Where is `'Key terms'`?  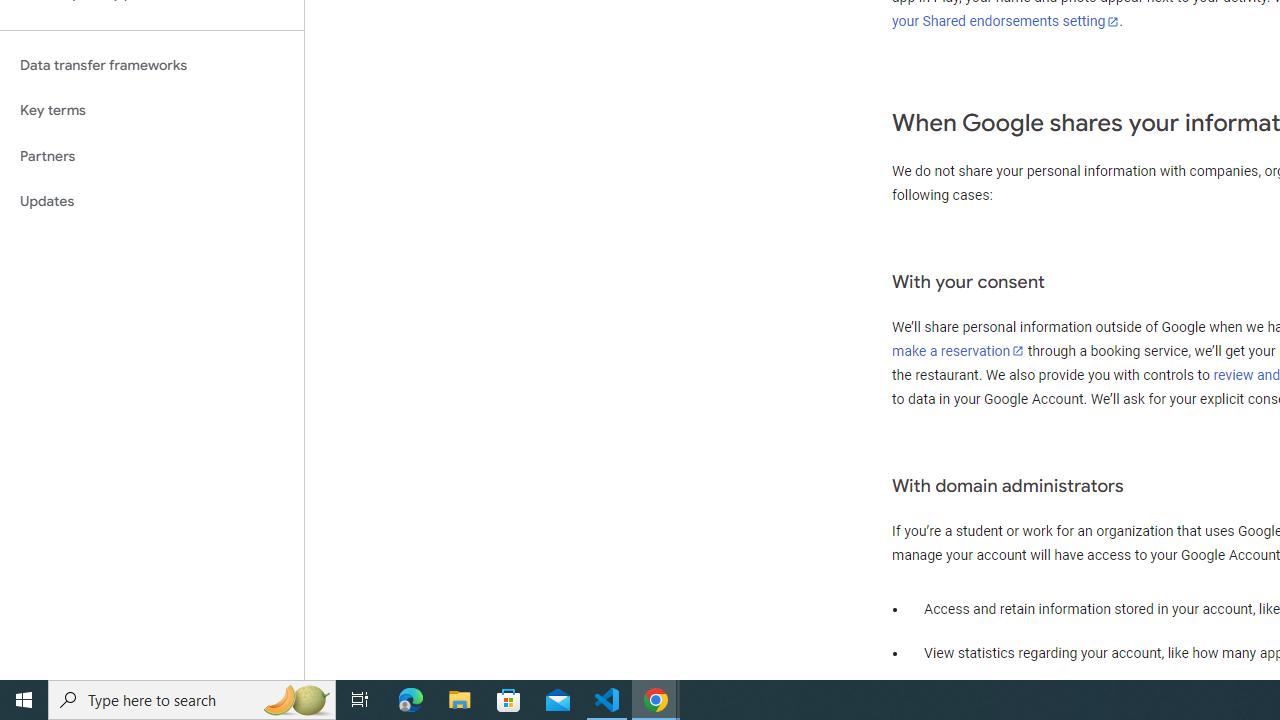
'Key terms' is located at coordinates (151, 110).